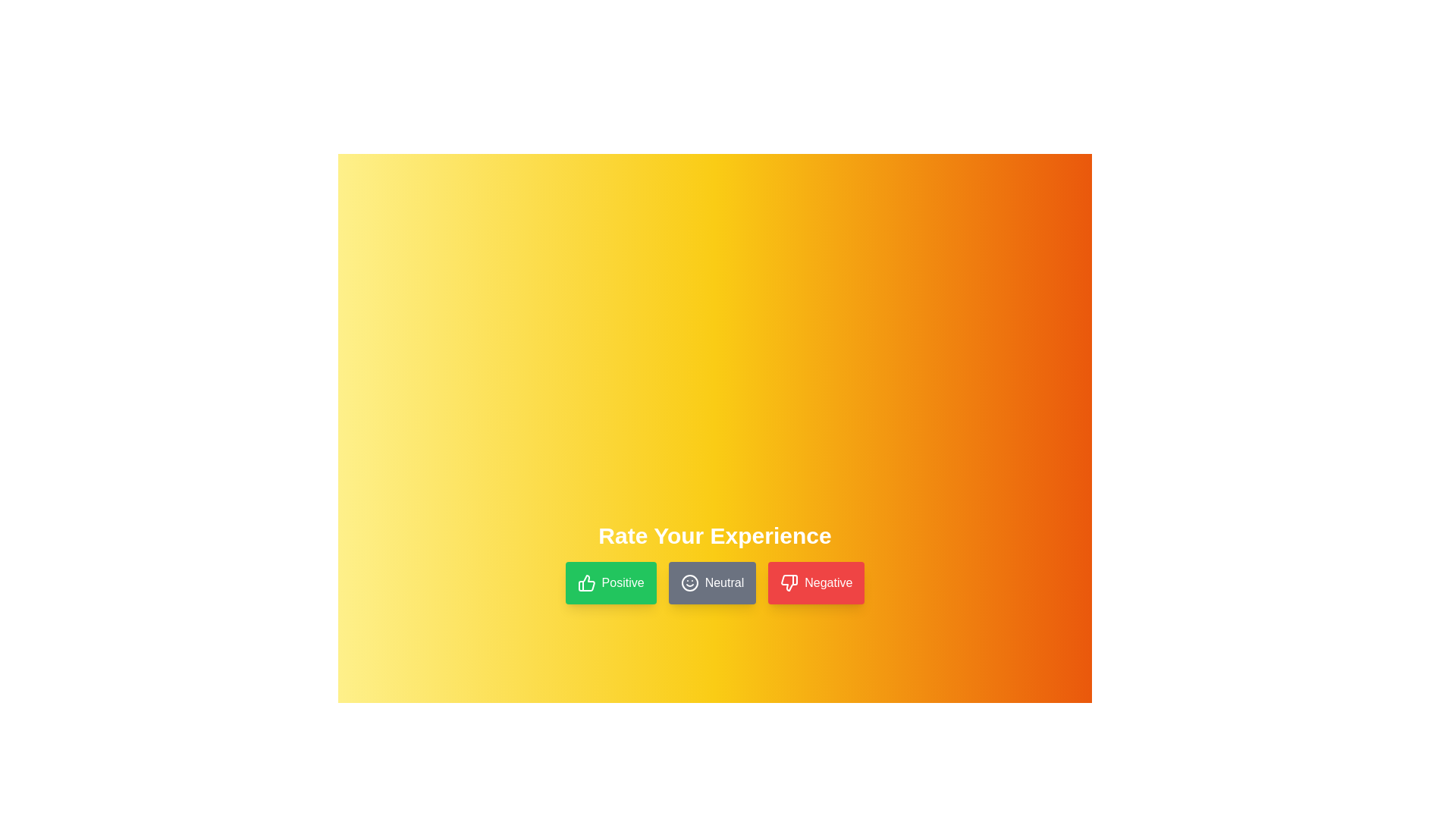 This screenshot has width=1456, height=819. I want to click on the middle button in the group of three buttons, so click(711, 582).